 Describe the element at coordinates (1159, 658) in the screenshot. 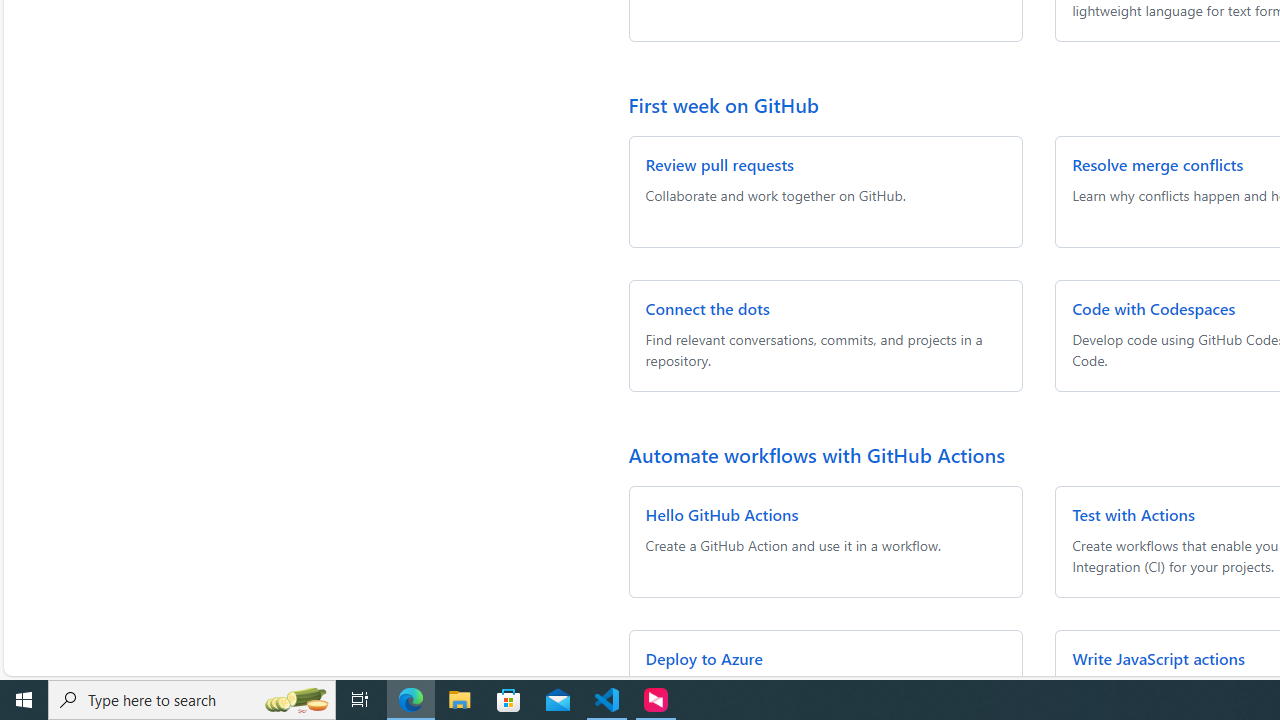

I see `'Write JavaScript actions'` at that location.